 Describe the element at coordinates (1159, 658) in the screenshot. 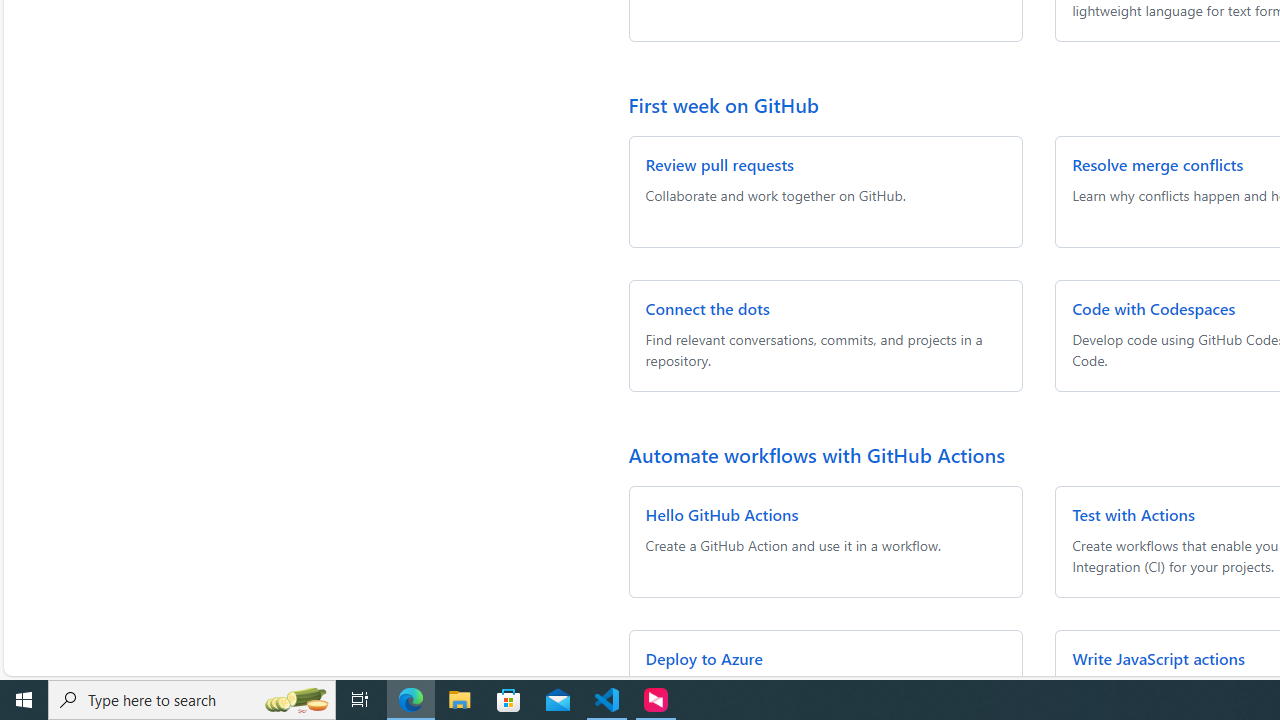

I see `'Write JavaScript actions'` at that location.